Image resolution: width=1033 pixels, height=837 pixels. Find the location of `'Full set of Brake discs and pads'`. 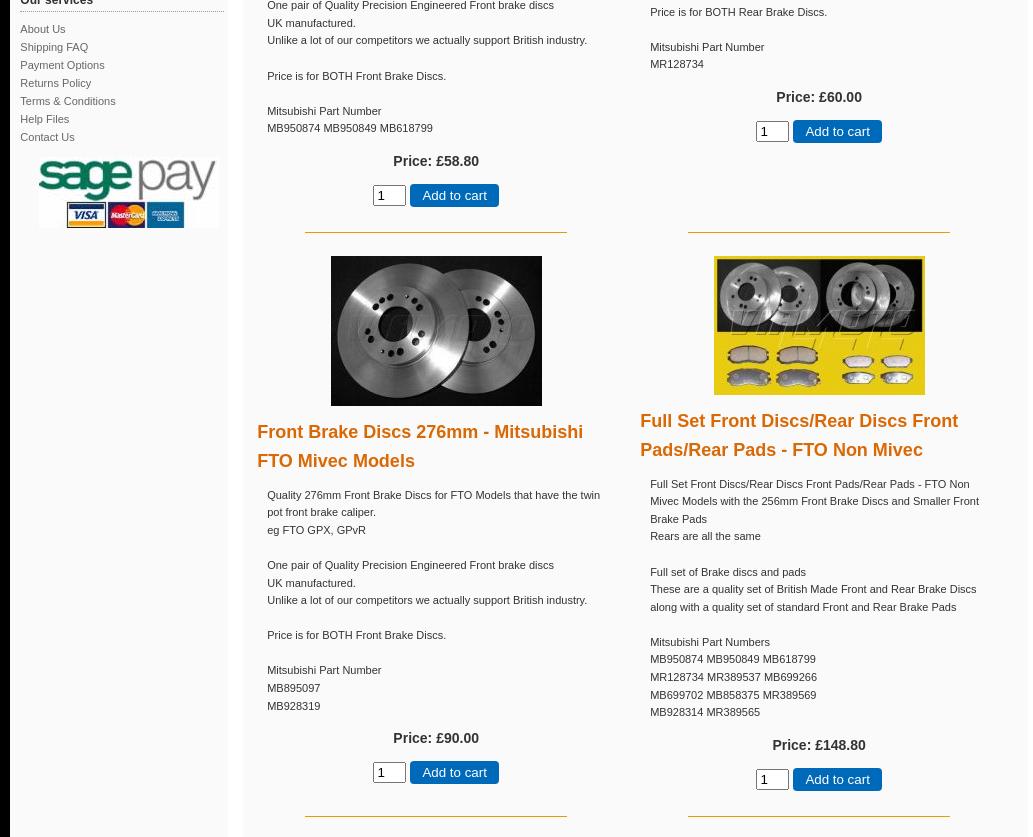

'Full set of Brake discs and pads' is located at coordinates (727, 571).